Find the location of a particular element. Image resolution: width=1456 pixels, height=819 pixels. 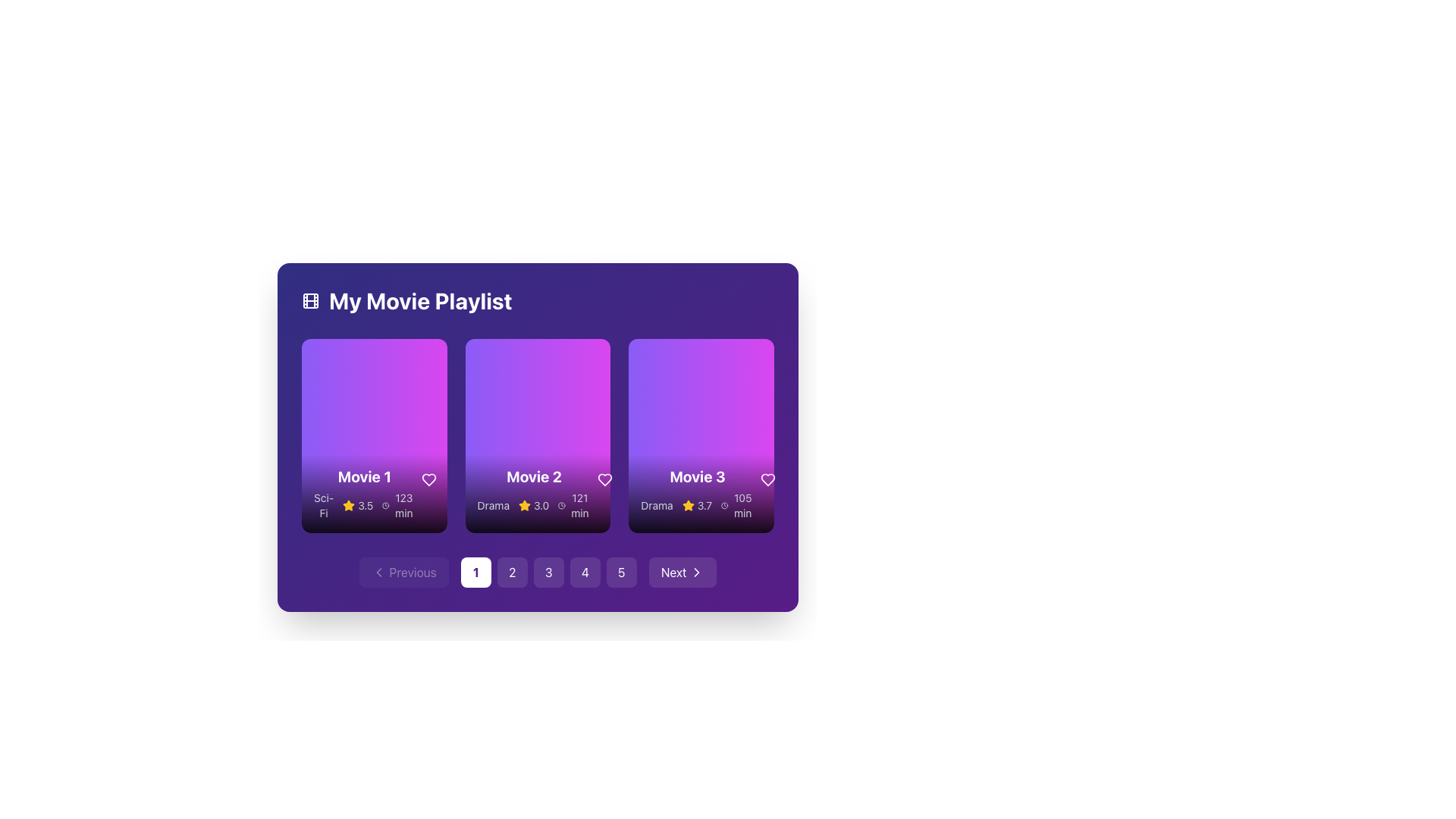

numeric rating '3.7' displayed in the Rating component below the title 'Movie 3' in the third movie card of the playlist is located at coordinates (696, 506).